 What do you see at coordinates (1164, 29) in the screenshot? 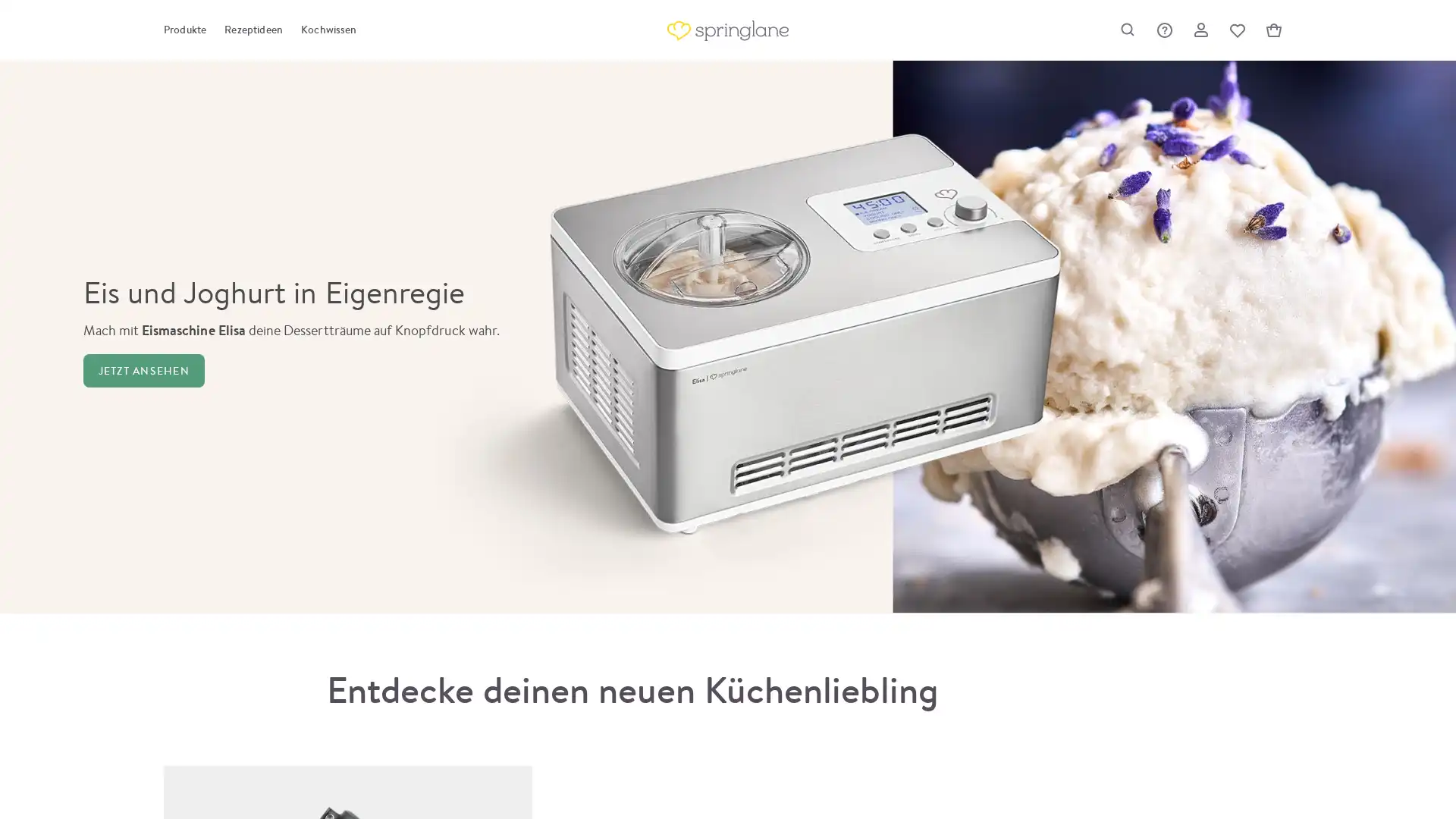
I see `Hilfe & Support` at bounding box center [1164, 29].